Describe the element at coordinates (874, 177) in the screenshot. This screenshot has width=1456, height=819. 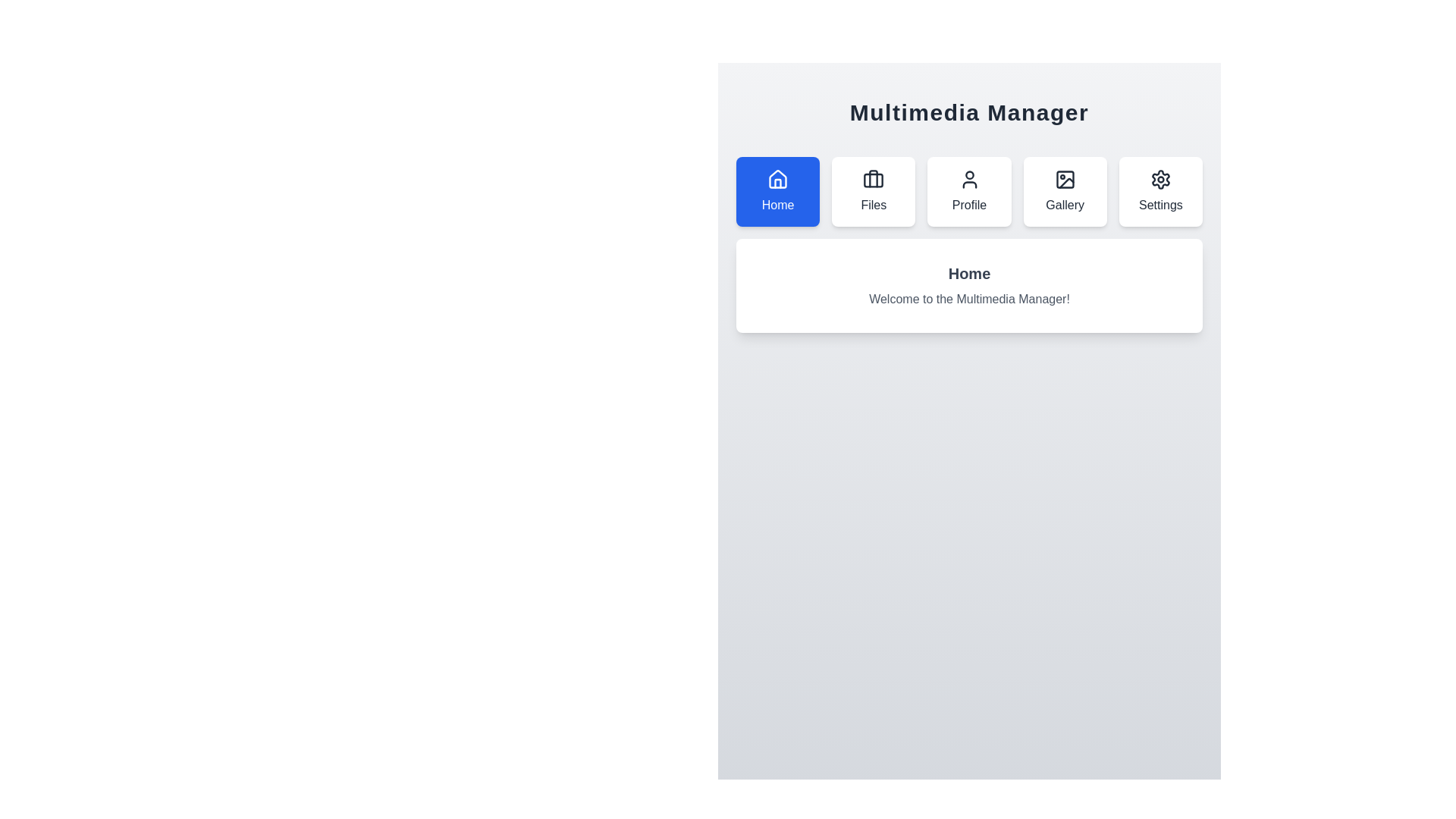
I see `the central vertical divider of the briefcase icon located in the 'Files' section of the top navigation bar` at that location.